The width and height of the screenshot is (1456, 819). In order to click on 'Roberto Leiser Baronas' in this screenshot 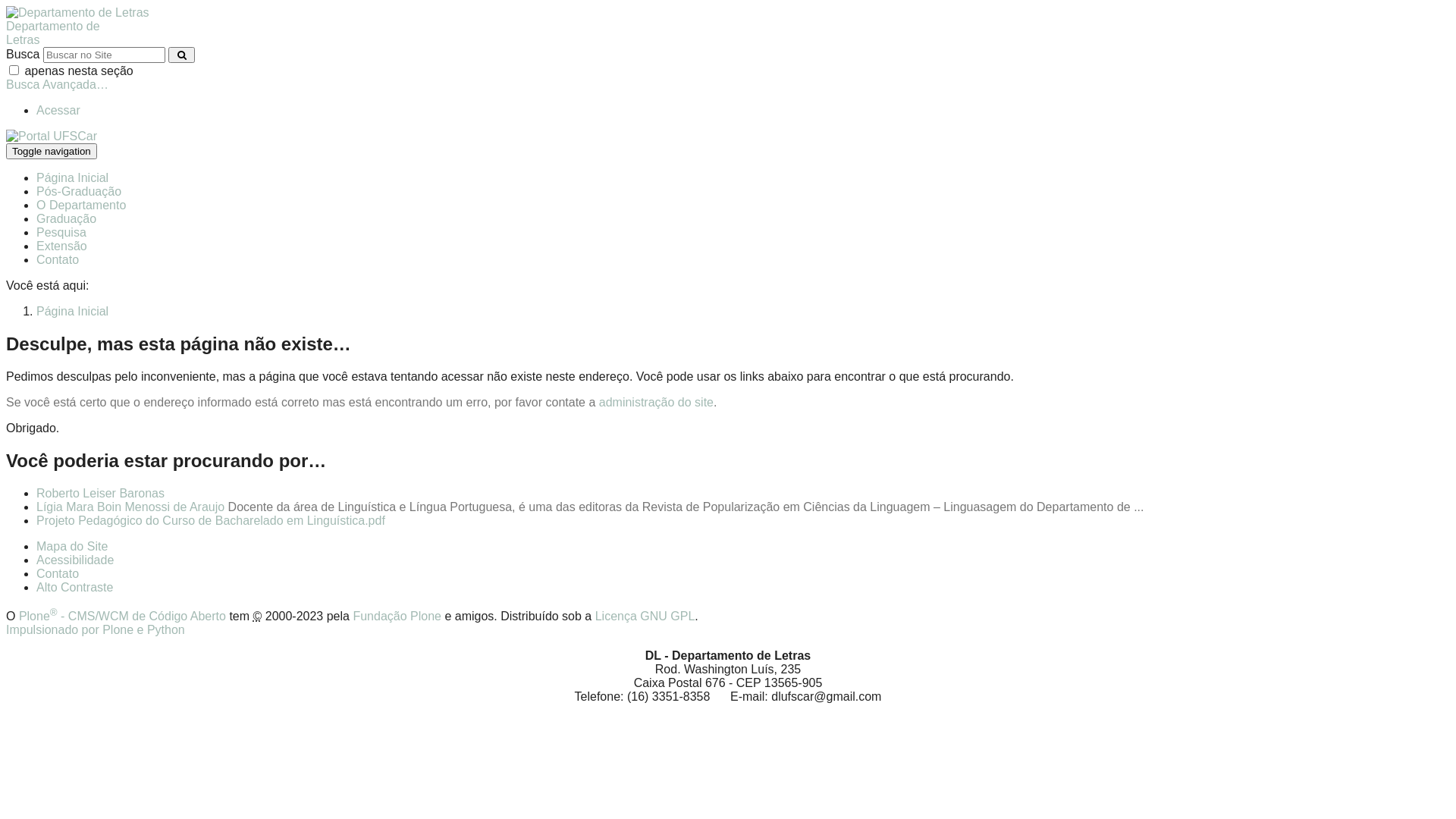, I will do `click(99, 493)`.